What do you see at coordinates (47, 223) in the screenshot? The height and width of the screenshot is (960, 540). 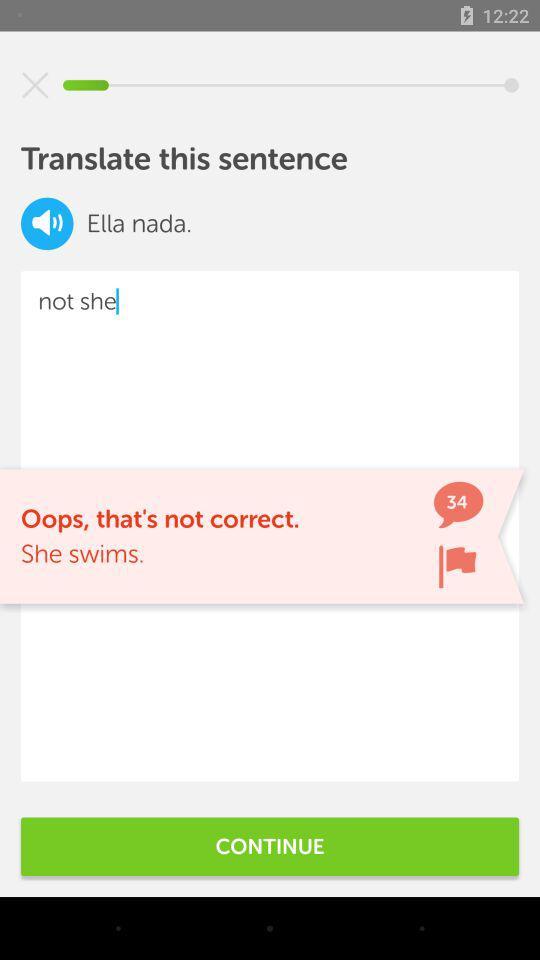 I see `the volume icon` at bounding box center [47, 223].